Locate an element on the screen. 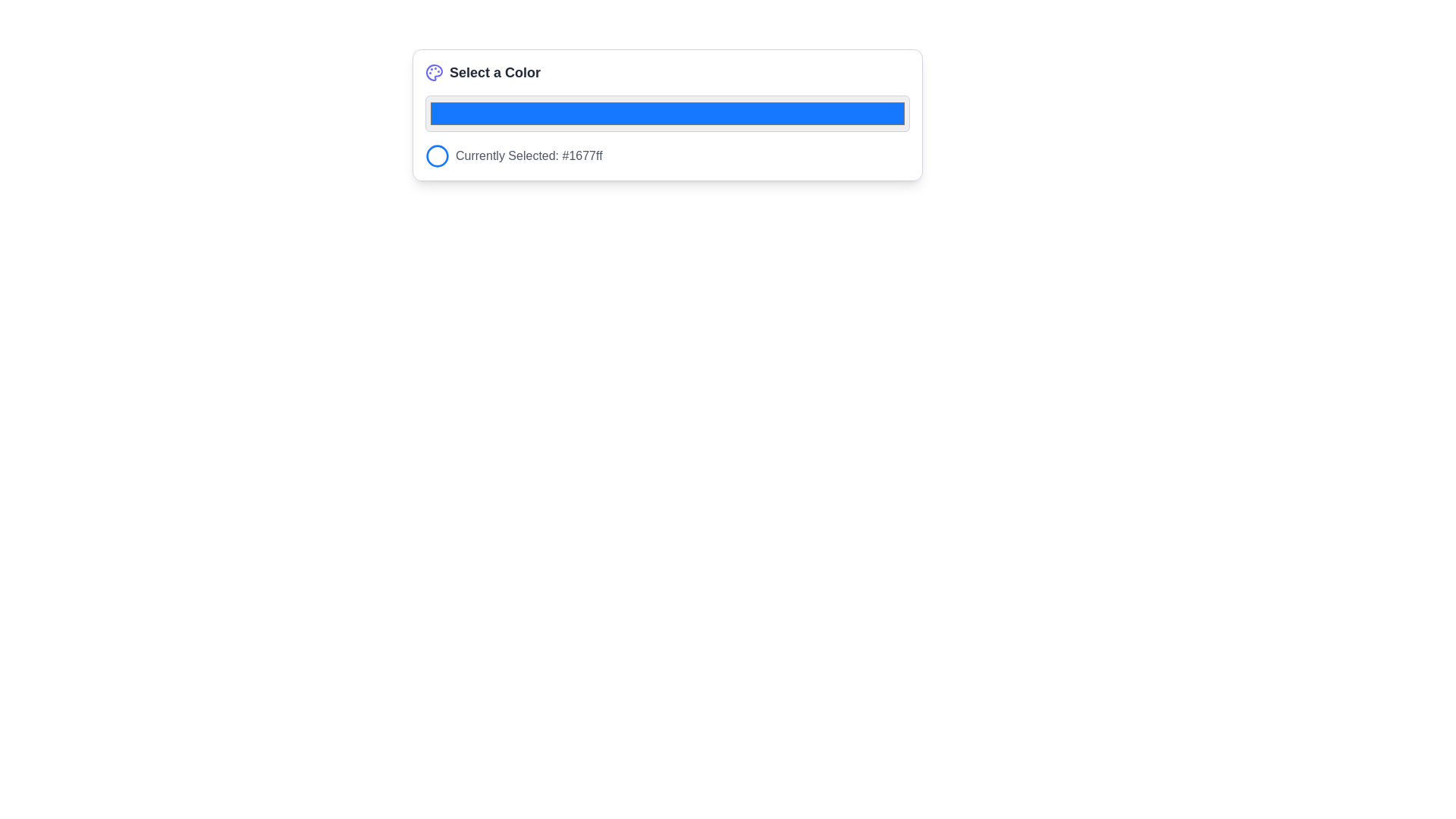  the decorative icon representing color selection in the header of the 'Select a Color' section is located at coordinates (433, 73).